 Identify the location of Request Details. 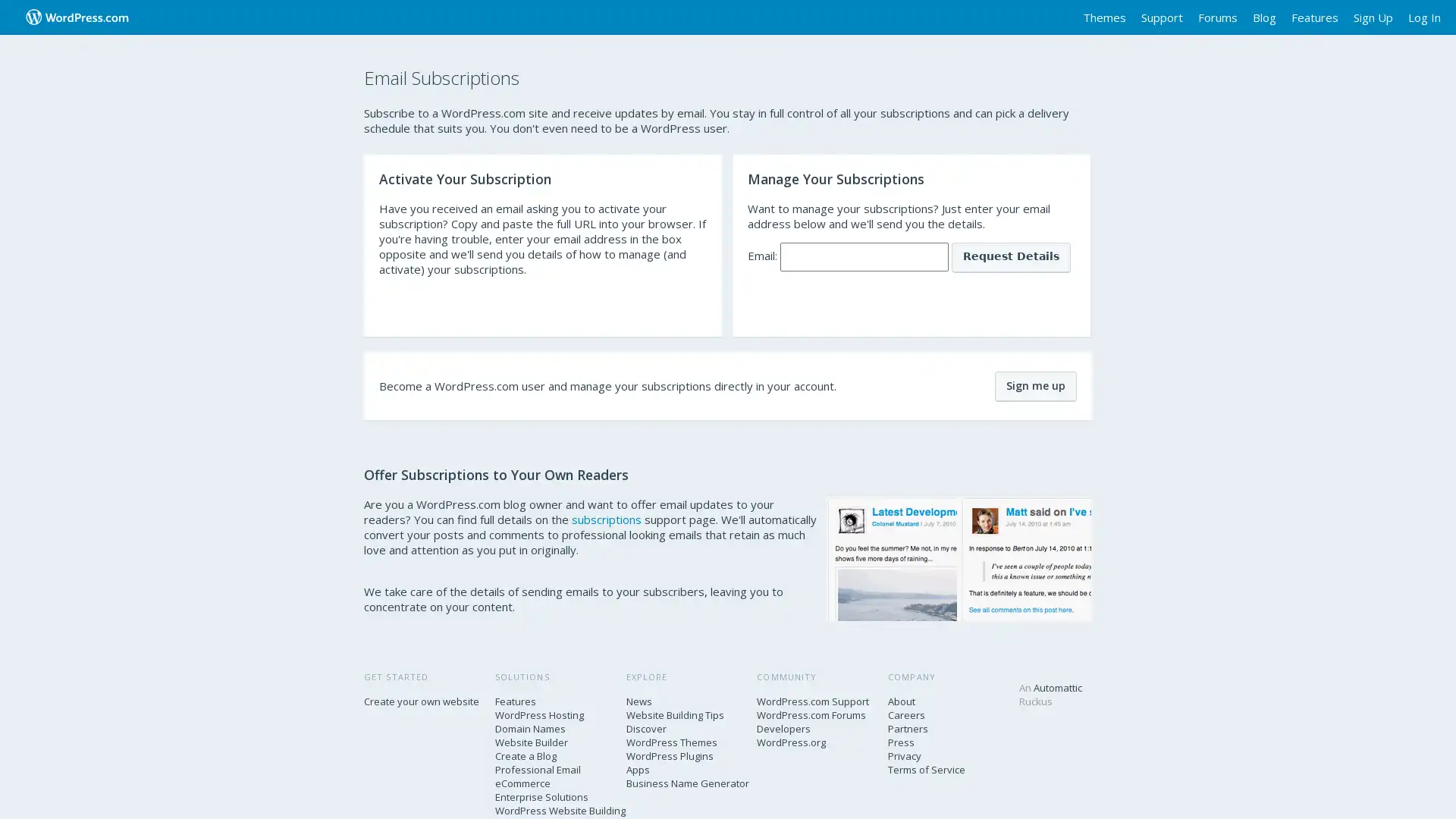
(1011, 256).